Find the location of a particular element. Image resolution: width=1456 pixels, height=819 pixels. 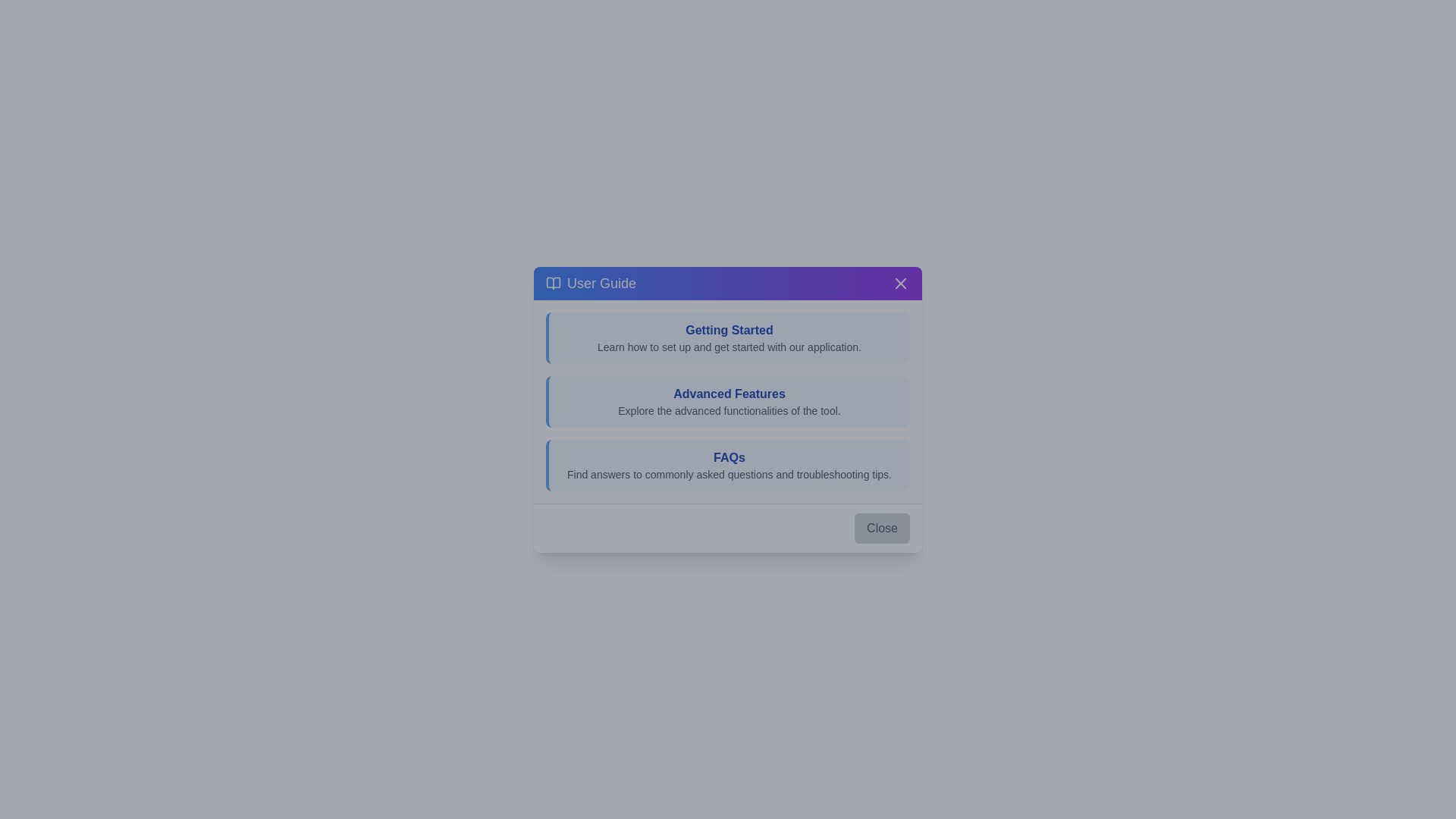

the close button located on the far right of the title bar of the 'User Guide' dialog box is located at coordinates (901, 283).